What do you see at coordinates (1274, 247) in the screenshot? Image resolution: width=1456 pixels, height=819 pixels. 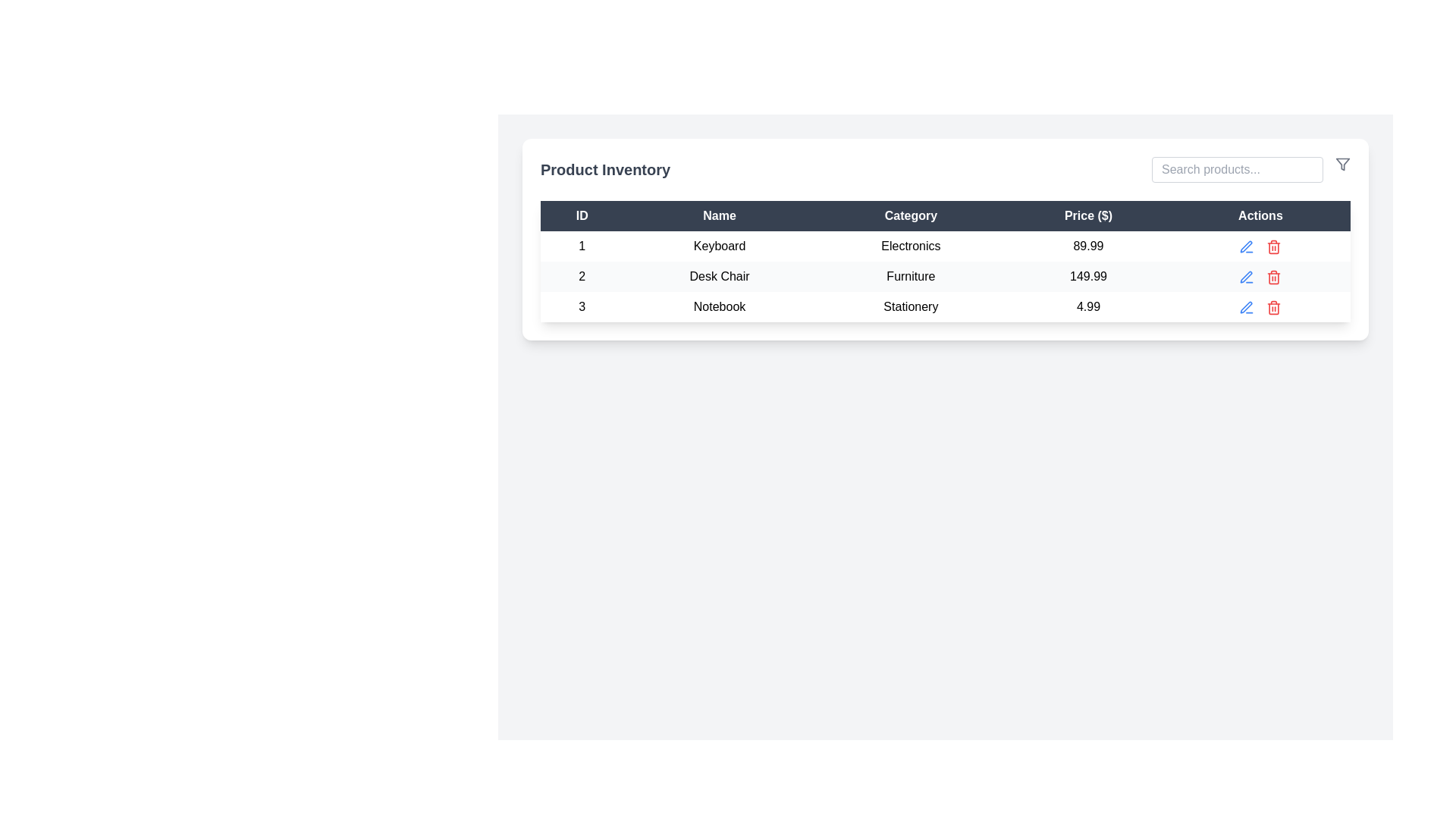 I see `the rectangular outline of the trash icon's main body in the 'Actions' column of the table` at bounding box center [1274, 247].